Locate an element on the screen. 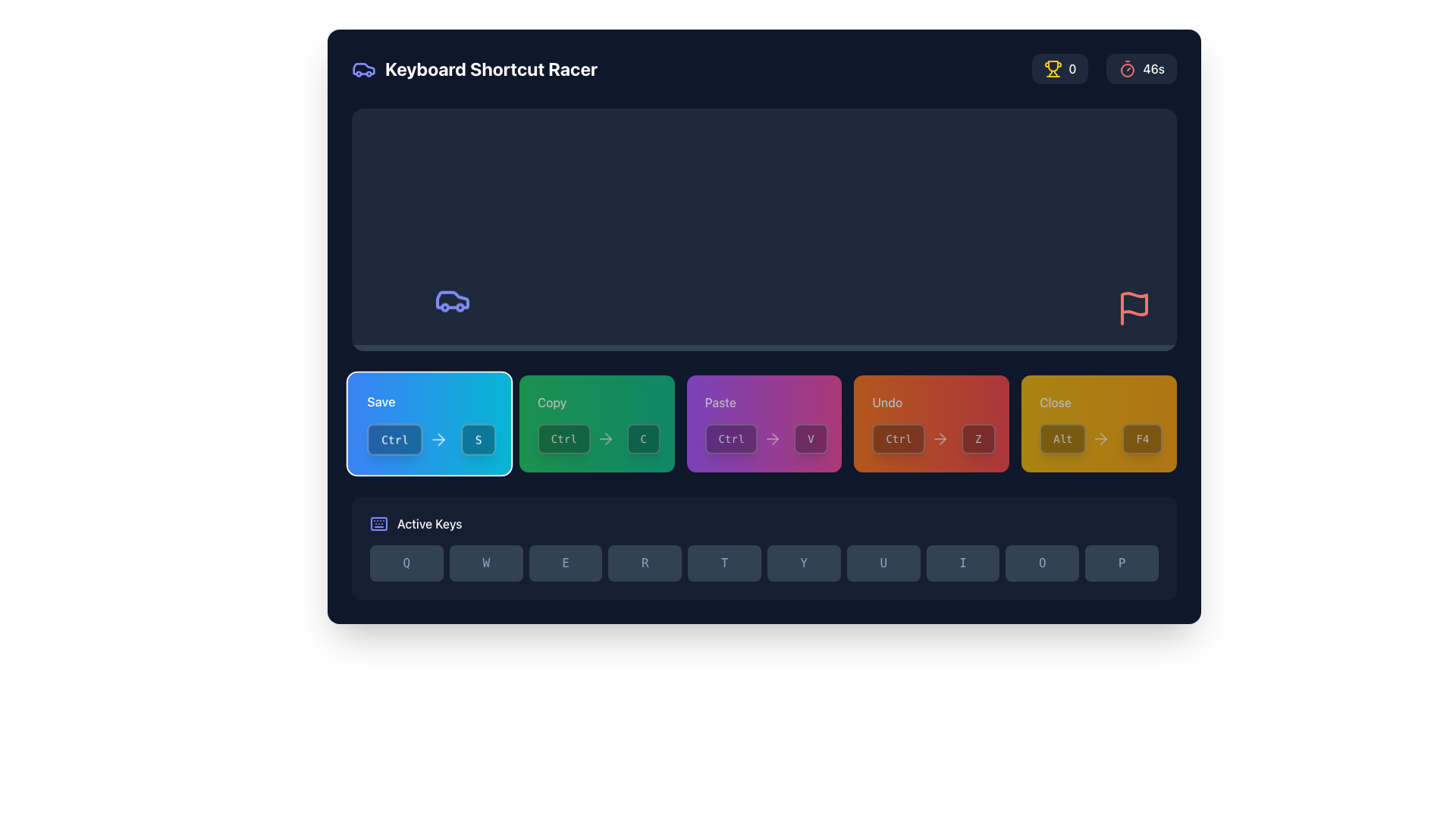 Image resolution: width=1456 pixels, height=819 pixels. the Text label indicating the 'Ctrl + S' keyboard shortcut within the blue 'Save' button is located at coordinates (410, 439).